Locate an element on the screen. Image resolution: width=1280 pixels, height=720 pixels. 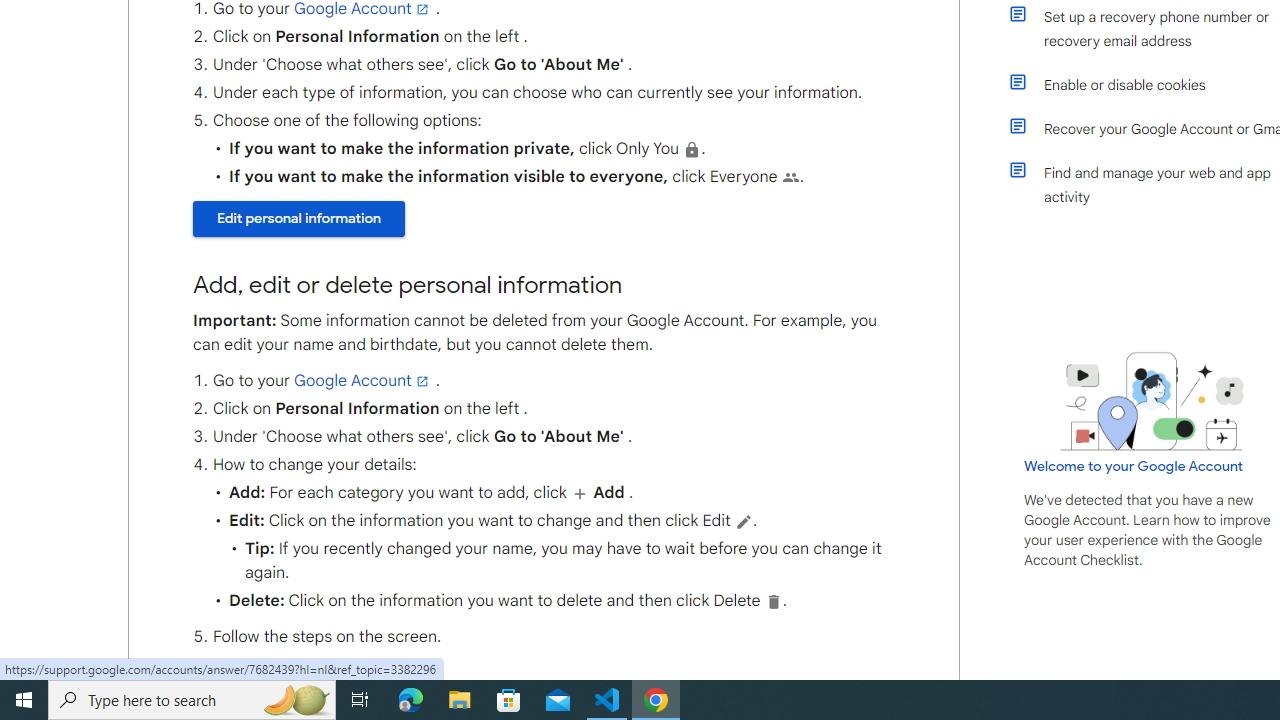
'Learning Center home page image' is located at coordinates (1152, 401).